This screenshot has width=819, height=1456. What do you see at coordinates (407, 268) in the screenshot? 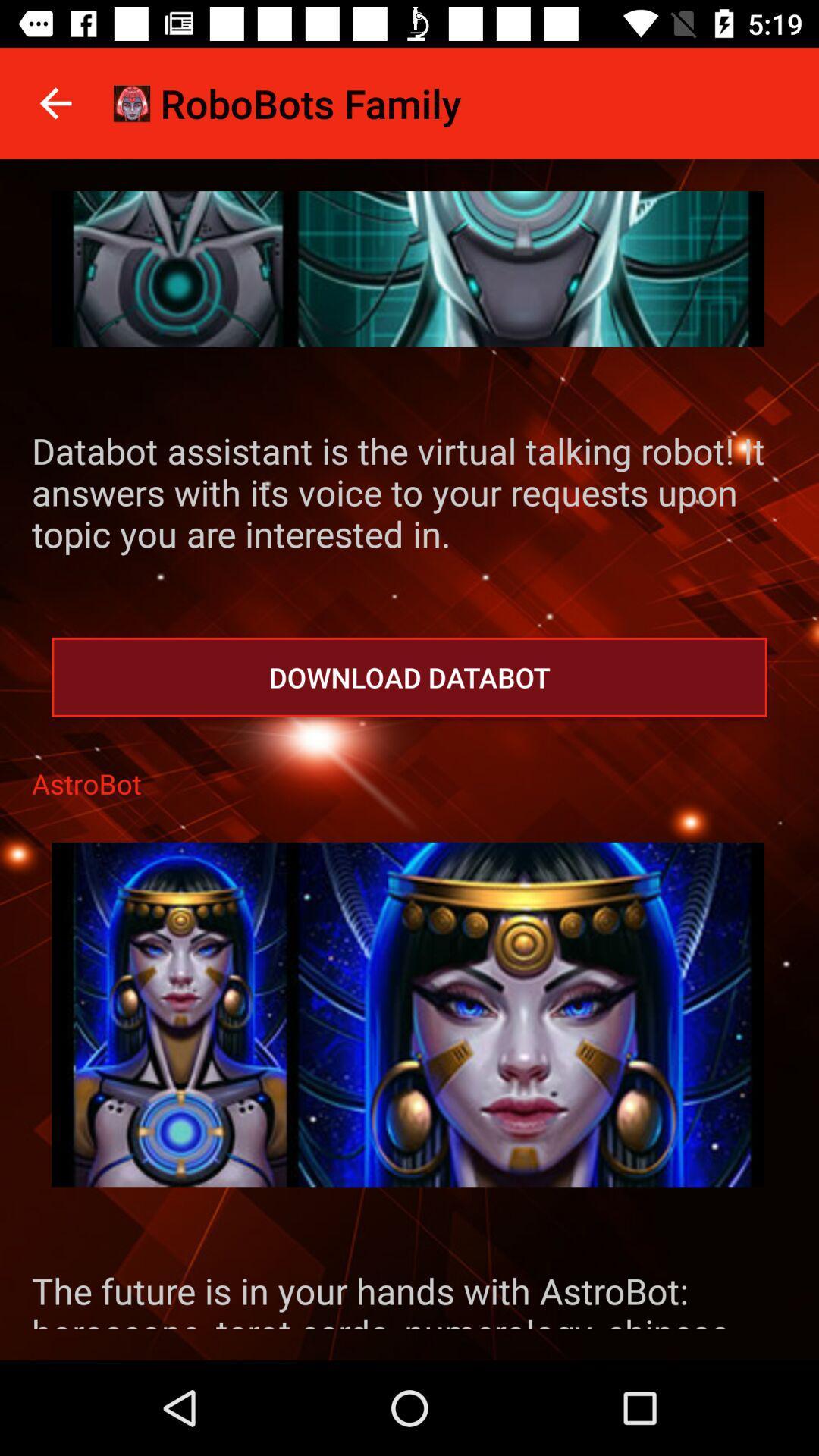
I see `databot` at bounding box center [407, 268].